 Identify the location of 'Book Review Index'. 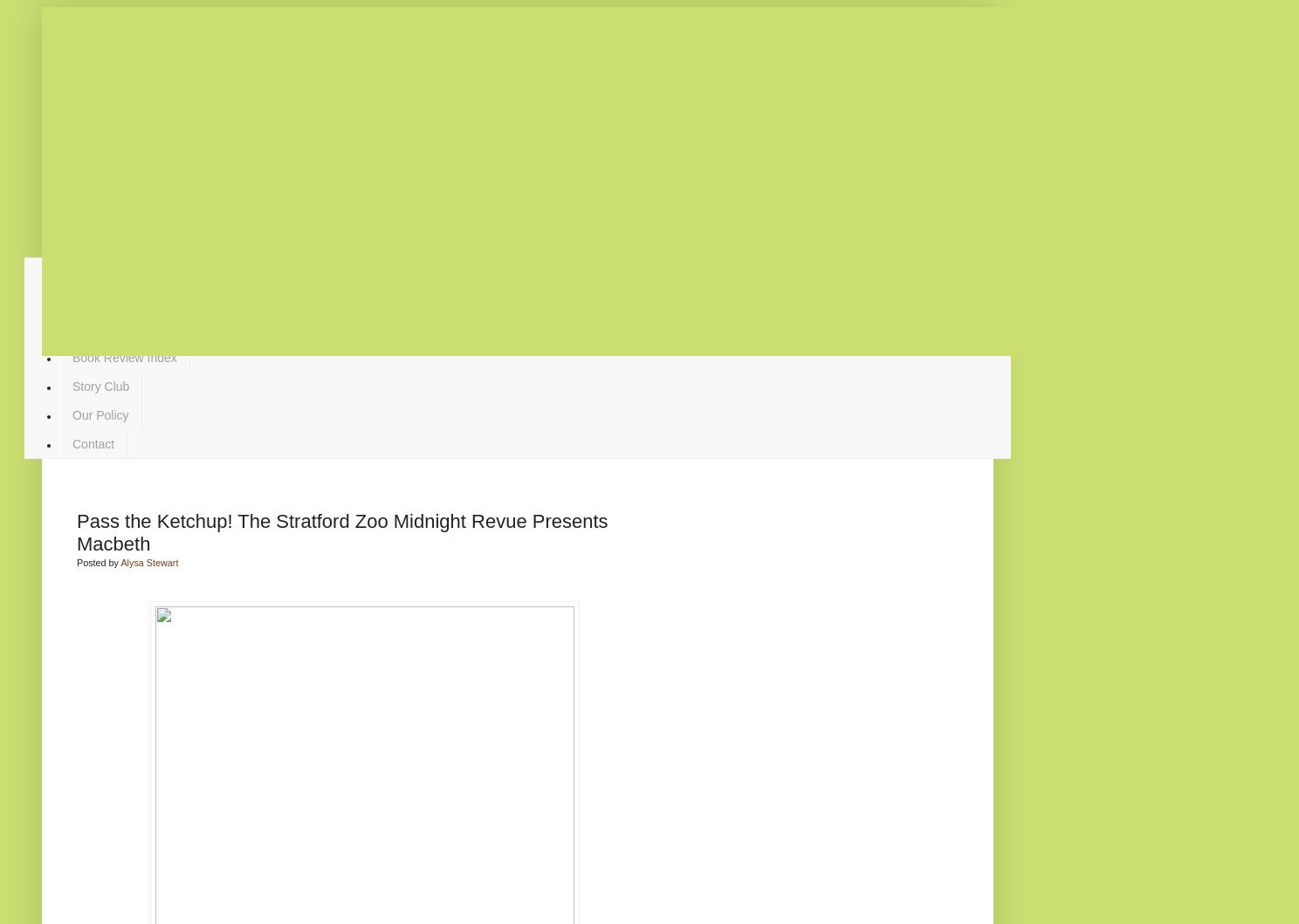
(123, 357).